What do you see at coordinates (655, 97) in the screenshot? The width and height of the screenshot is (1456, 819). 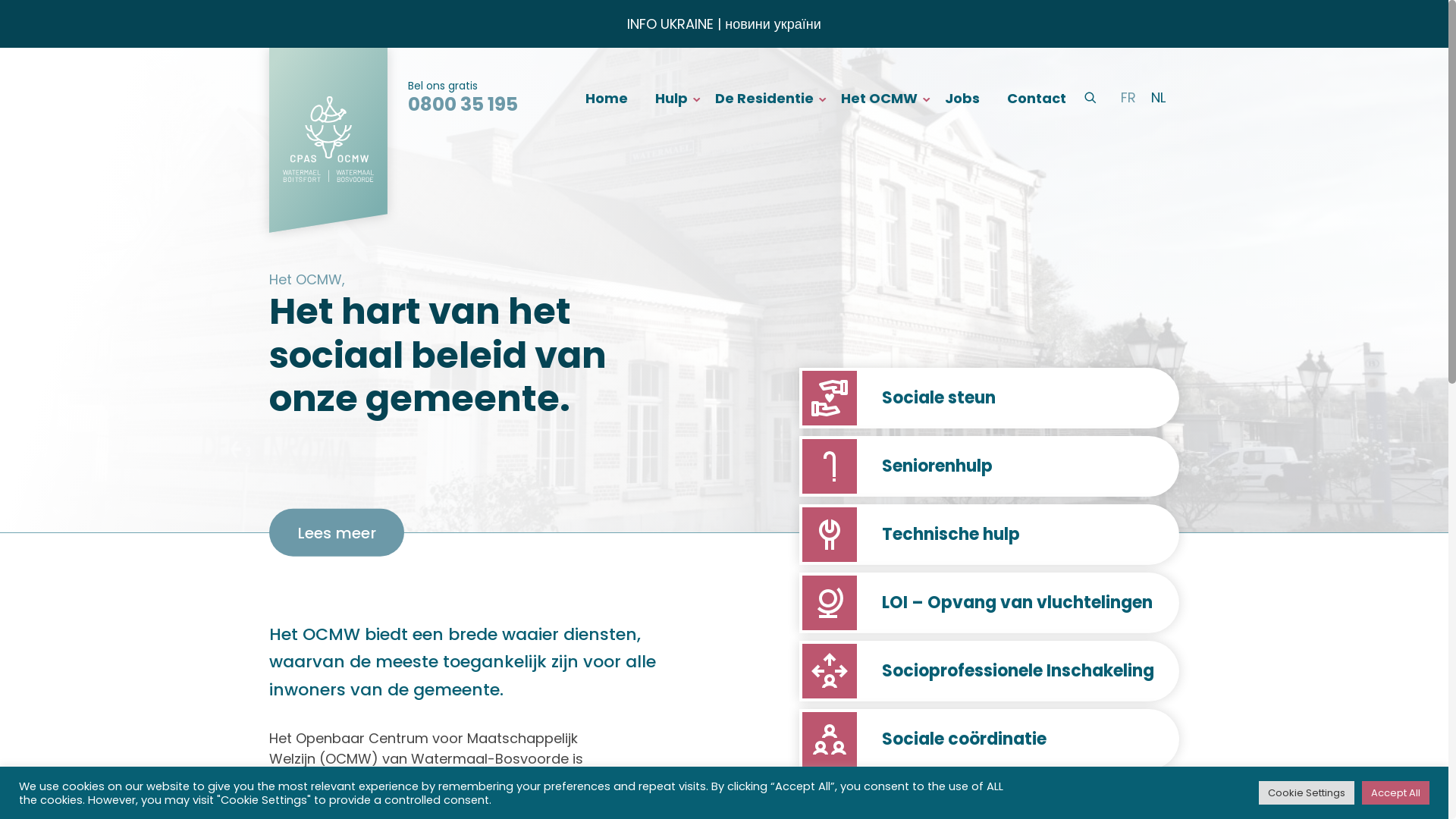 I see `'Hulp'` at bounding box center [655, 97].